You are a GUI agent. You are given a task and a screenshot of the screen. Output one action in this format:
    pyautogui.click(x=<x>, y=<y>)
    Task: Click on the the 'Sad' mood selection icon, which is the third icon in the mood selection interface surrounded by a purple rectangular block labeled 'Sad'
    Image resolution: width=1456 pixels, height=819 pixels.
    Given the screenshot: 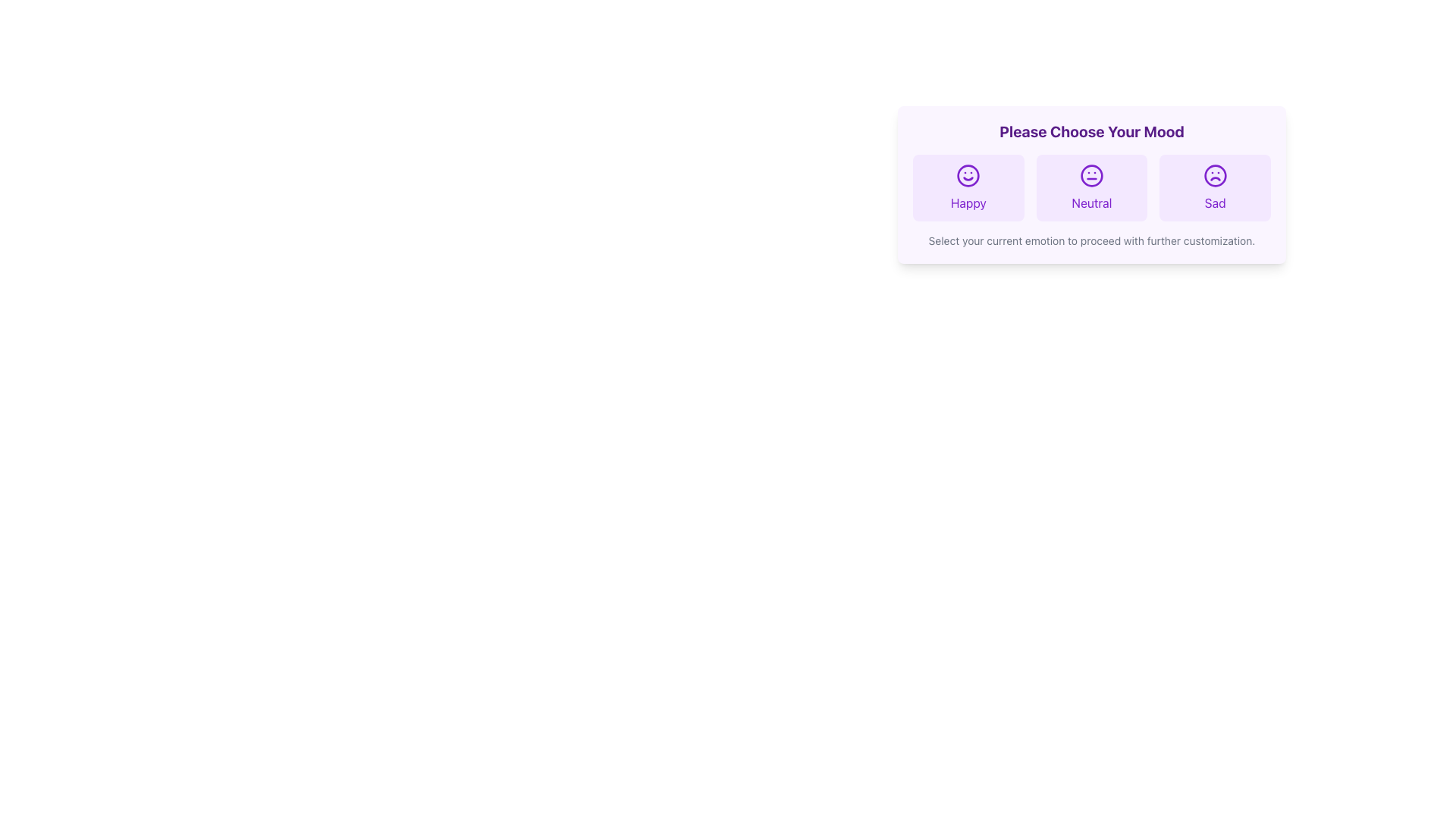 What is the action you would take?
    pyautogui.click(x=1215, y=174)
    